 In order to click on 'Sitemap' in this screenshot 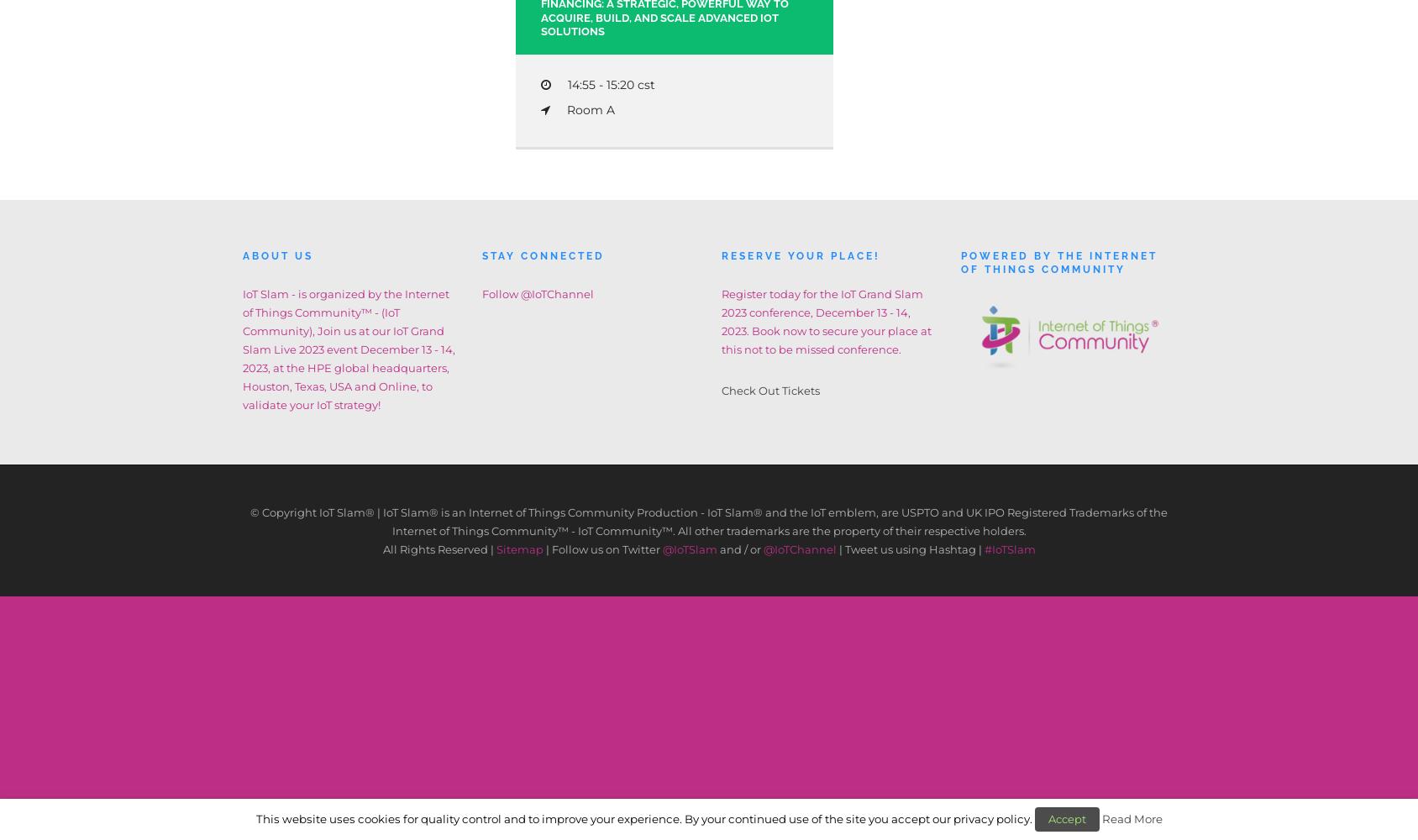, I will do `click(518, 549)`.